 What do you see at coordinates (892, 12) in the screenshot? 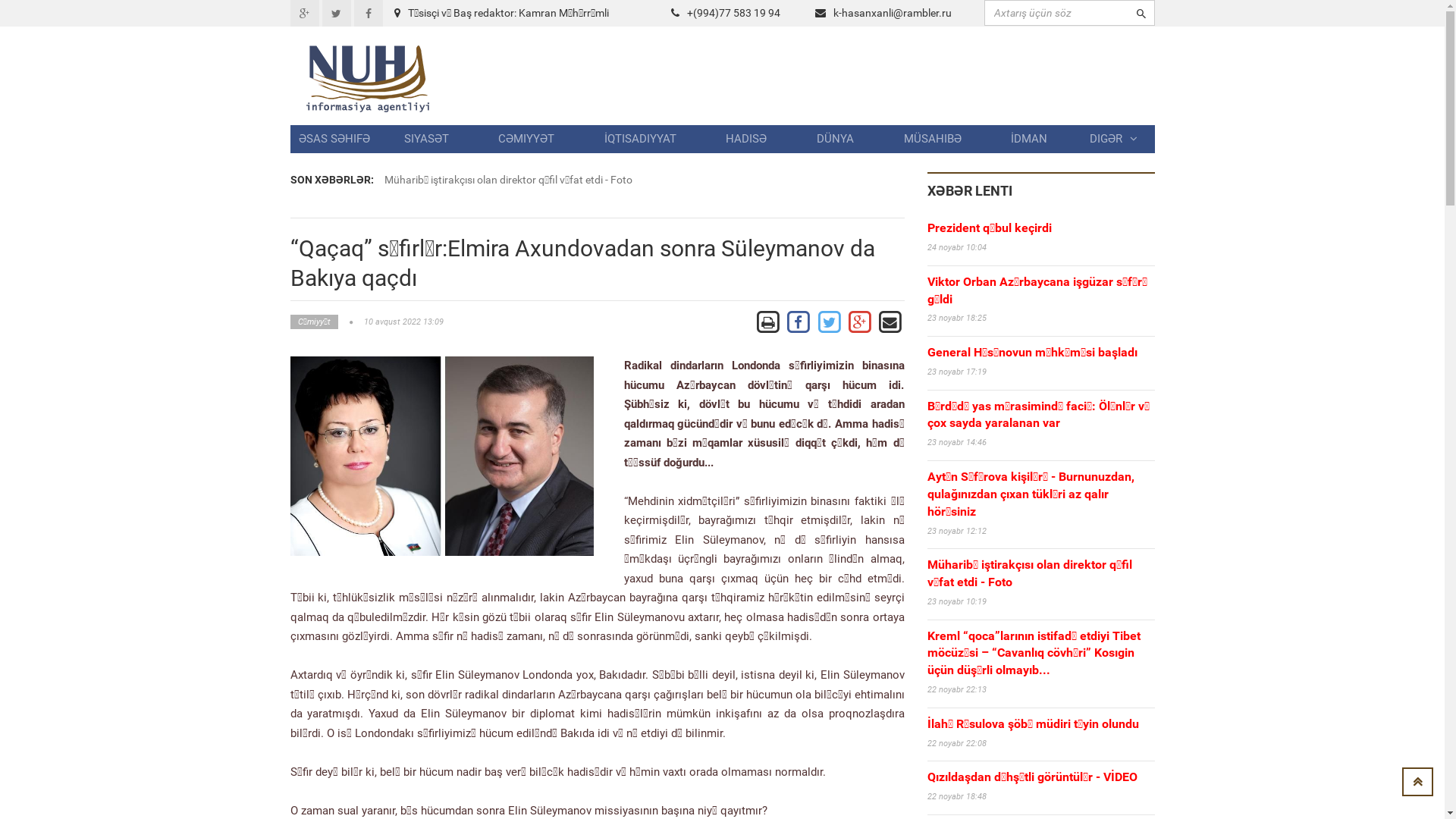
I see `'k-hasanxanli@rambler.ru'` at bounding box center [892, 12].